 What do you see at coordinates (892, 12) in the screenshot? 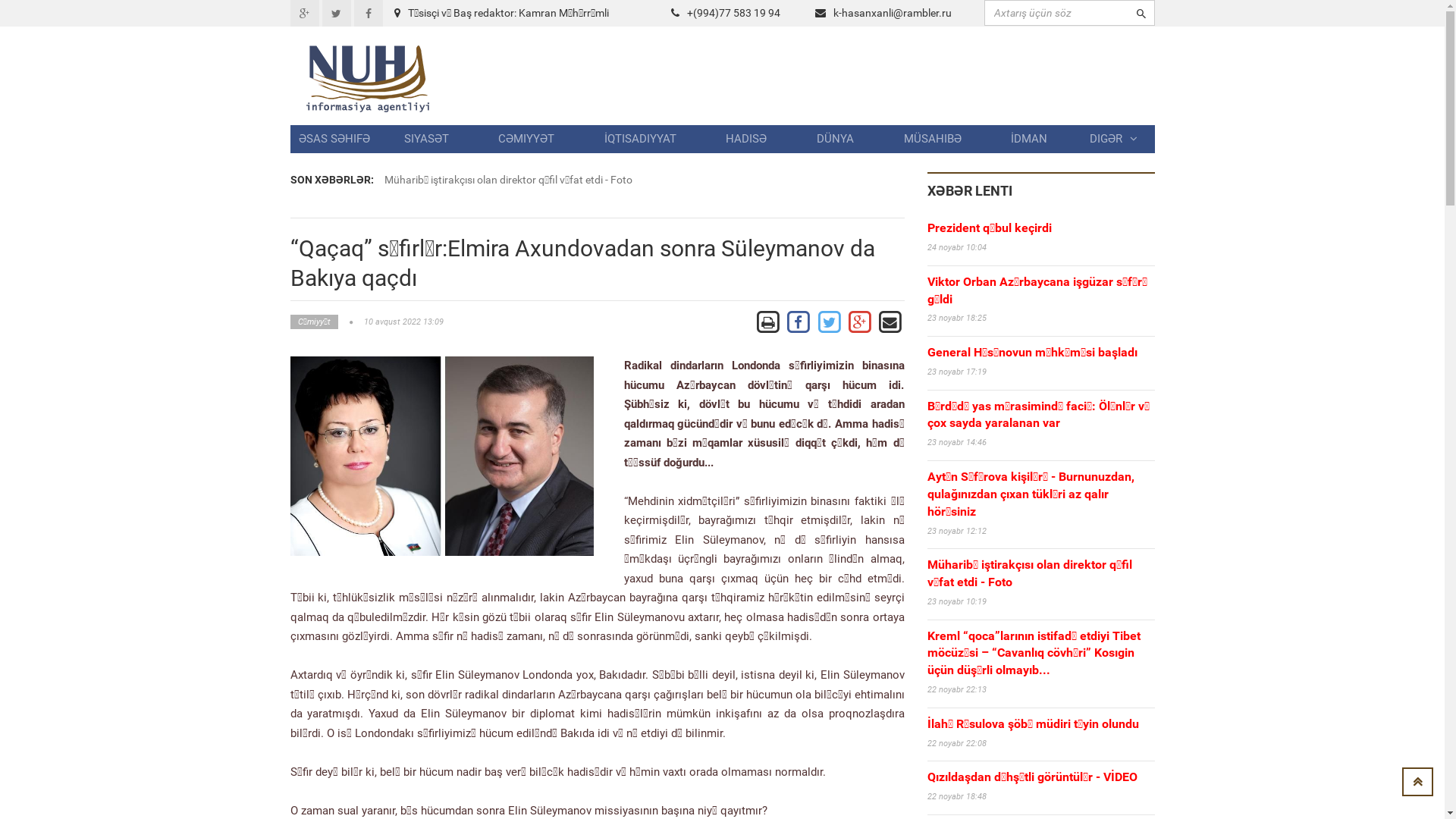
I see `'k-hasanxanli@rambler.ru'` at bounding box center [892, 12].